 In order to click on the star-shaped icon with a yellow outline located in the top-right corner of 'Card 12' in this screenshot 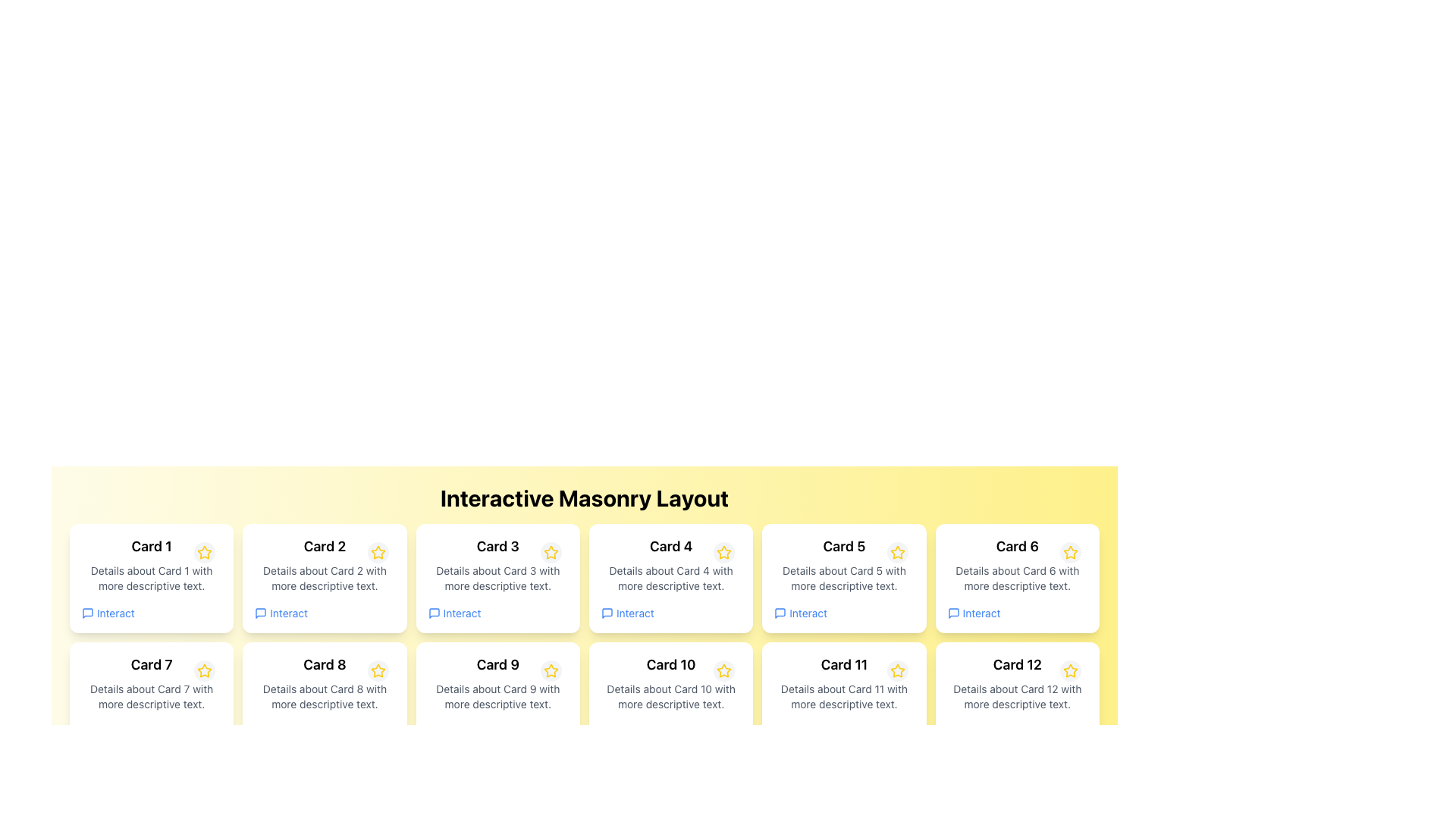, I will do `click(1069, 670)`.